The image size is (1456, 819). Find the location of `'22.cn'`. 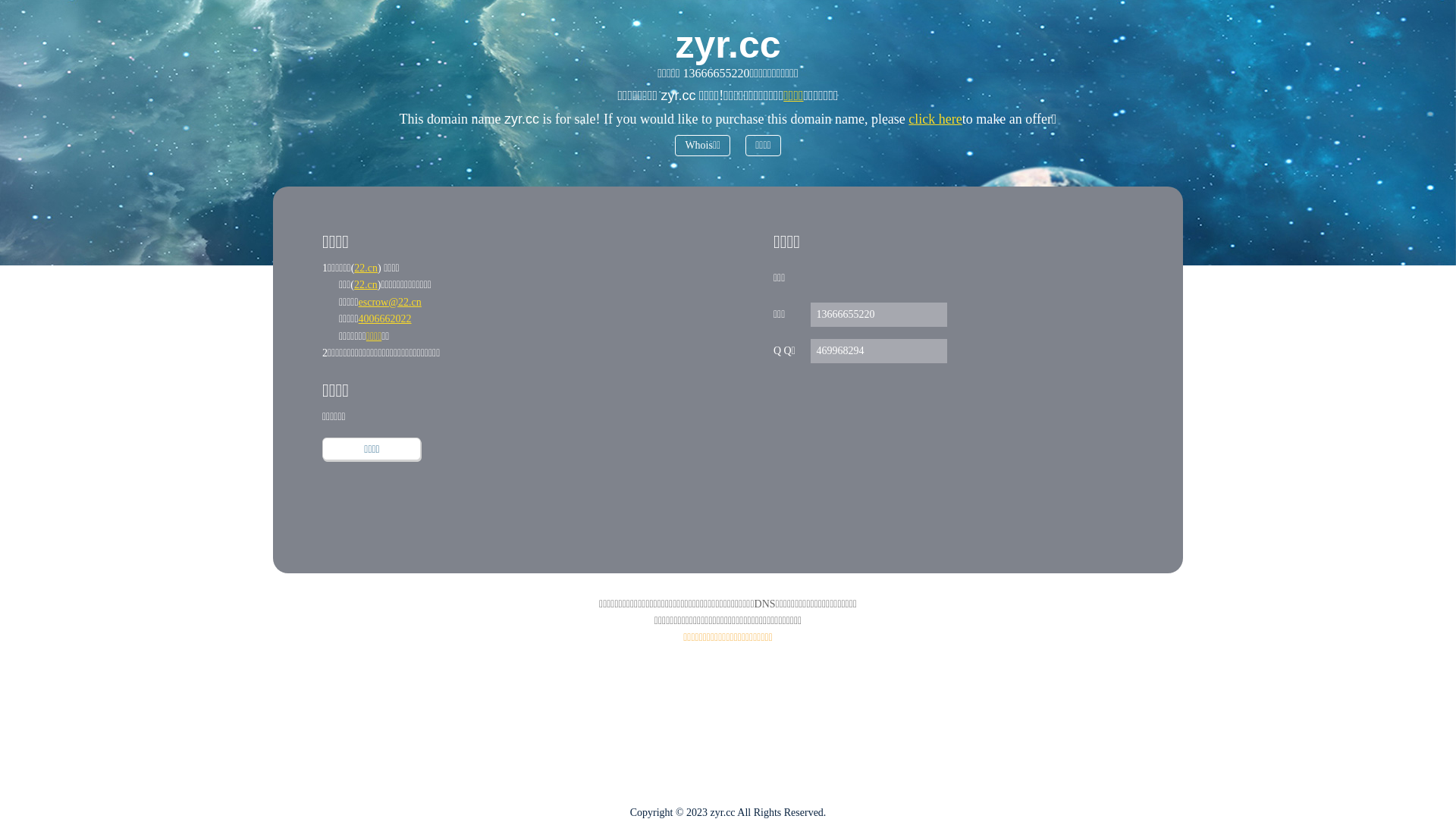

'22.cn' is located at coordinates (366, 267).